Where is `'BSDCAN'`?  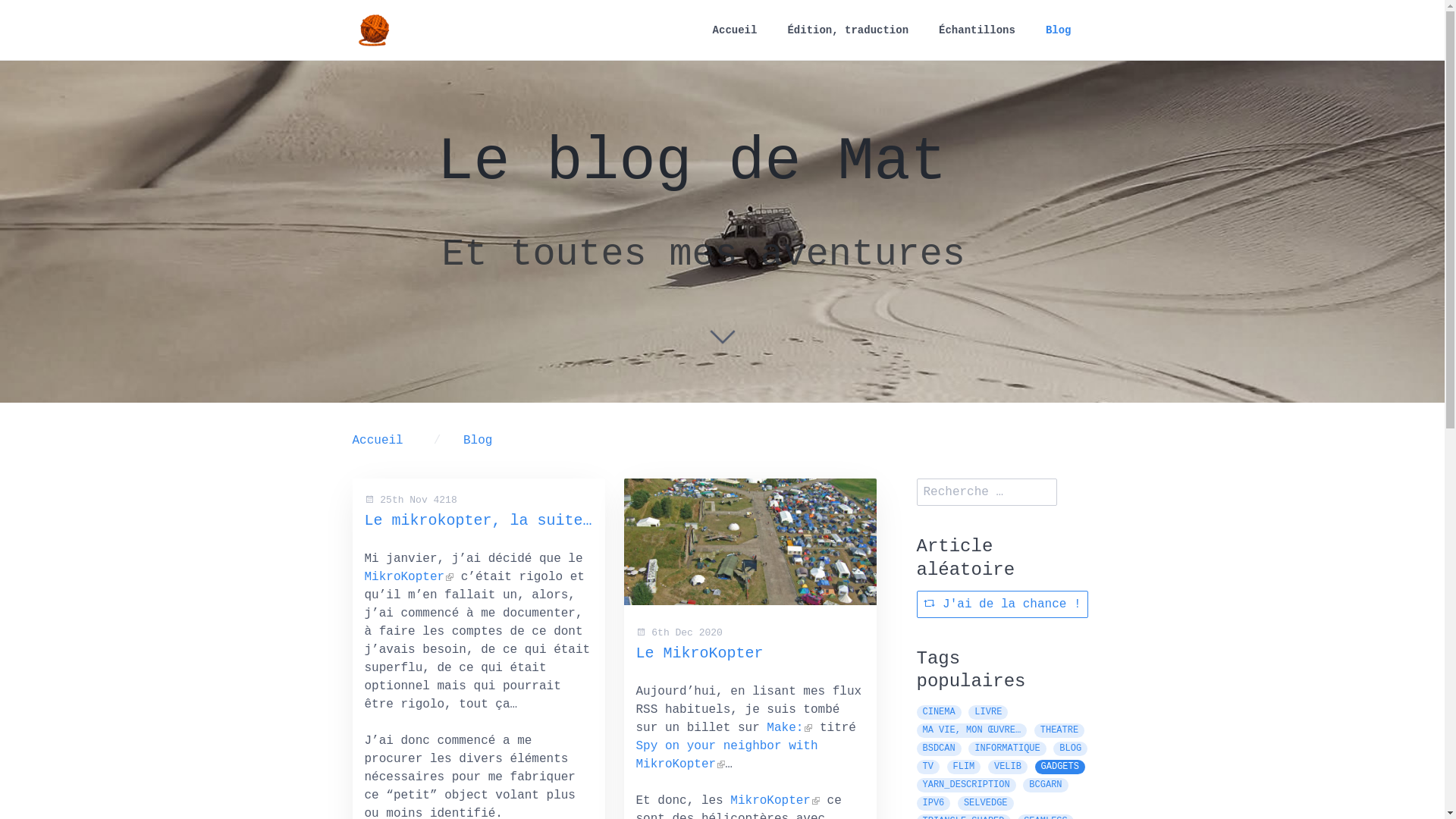 'BSDCAN' is located at coordinates (915, 748).